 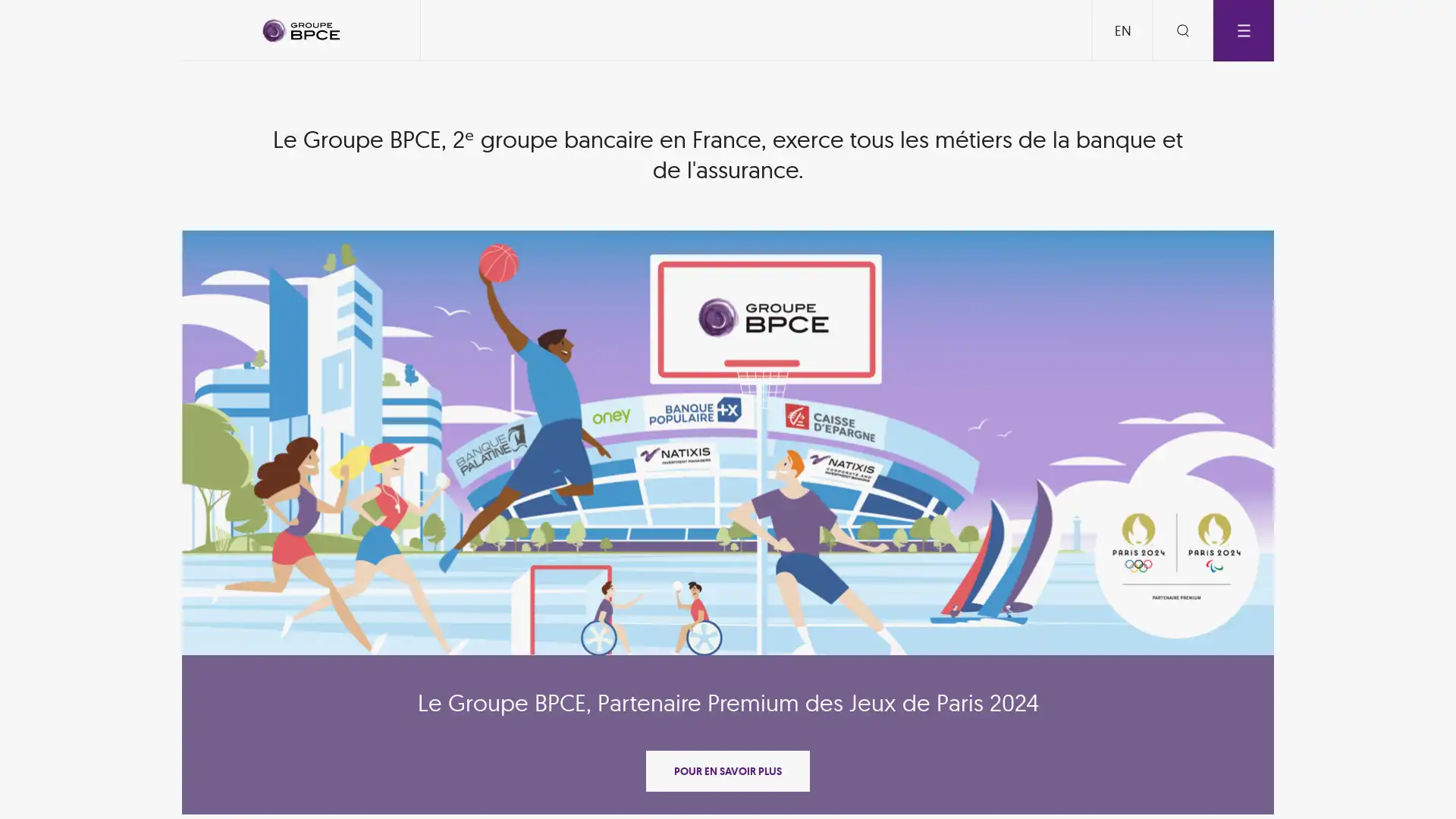 What do you see at coordinates (731, 552) in the screenshot?
I see `Customize` at bounding box center [731, 552].